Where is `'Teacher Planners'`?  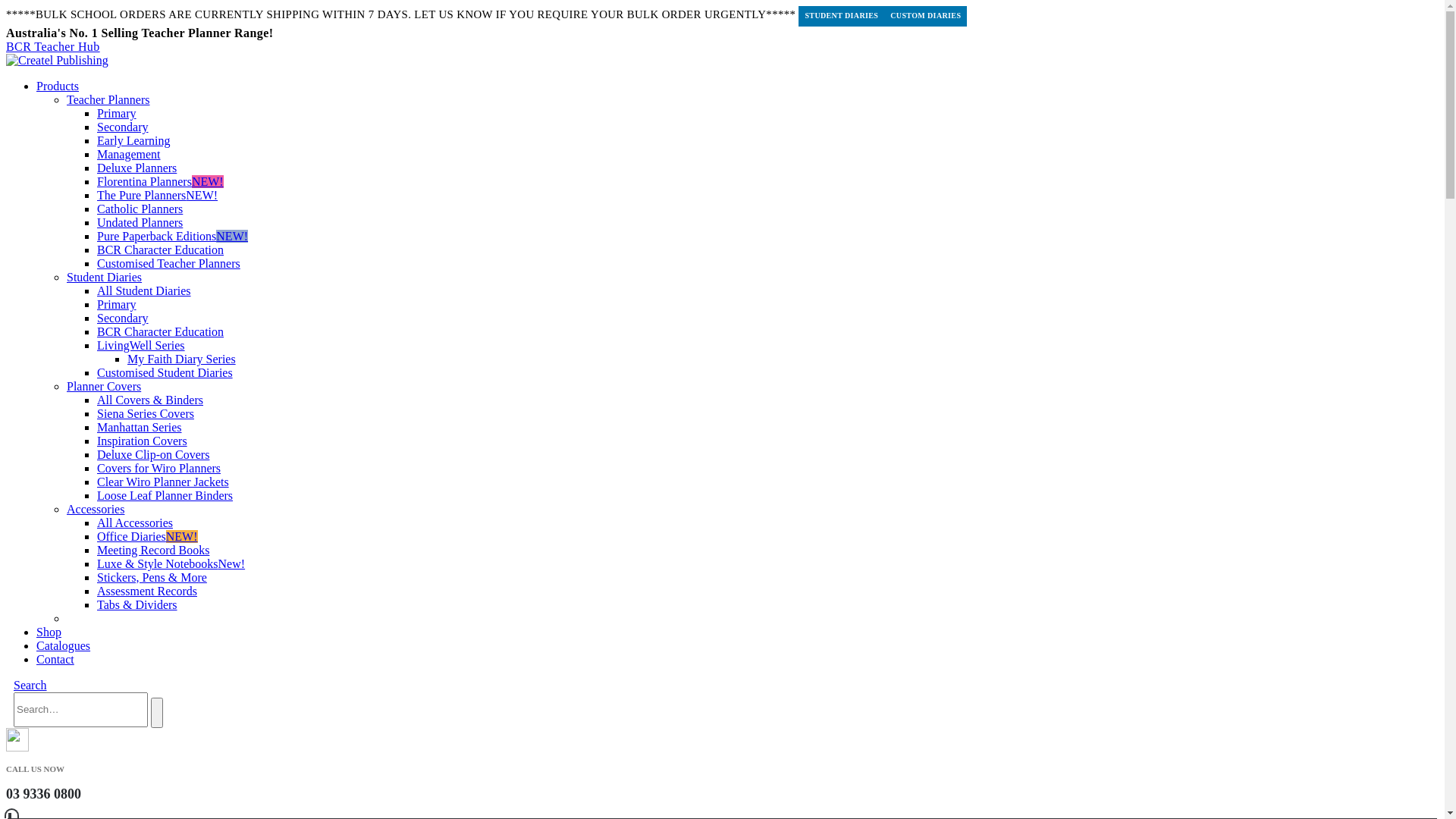 'Teacher Planners' is located at coordinates (65, 99).